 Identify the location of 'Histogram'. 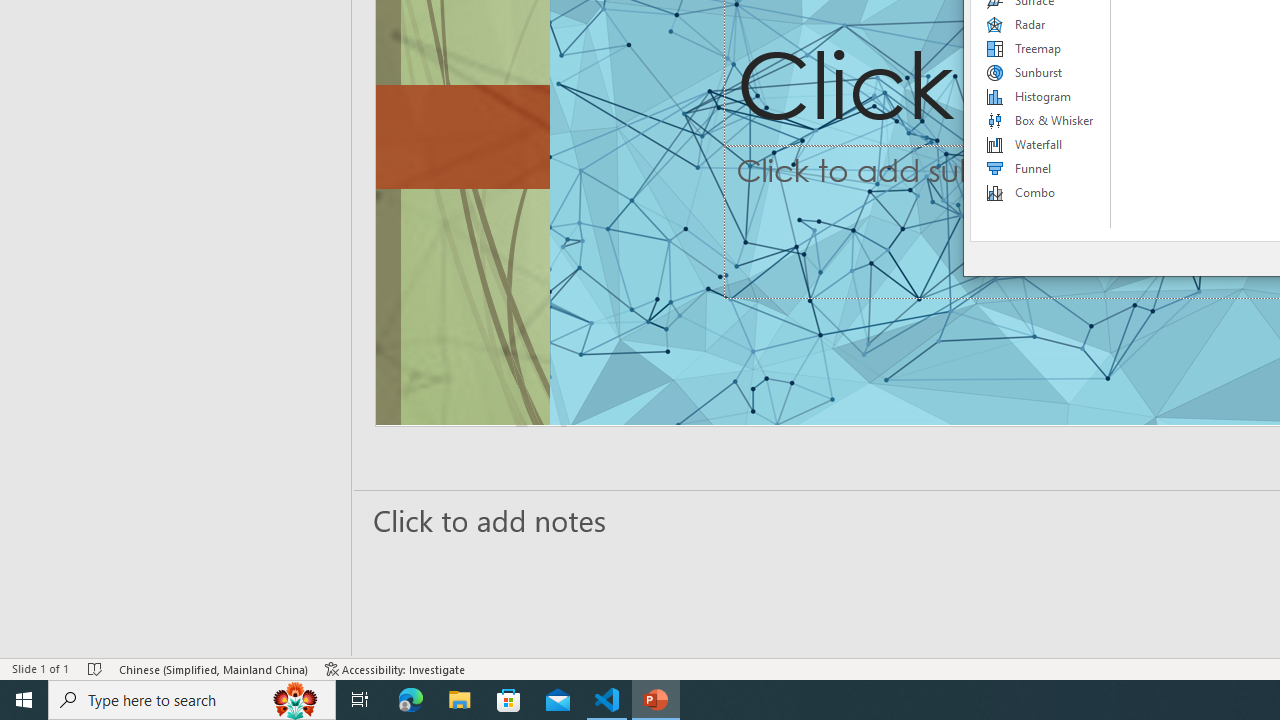
(1040, 96).